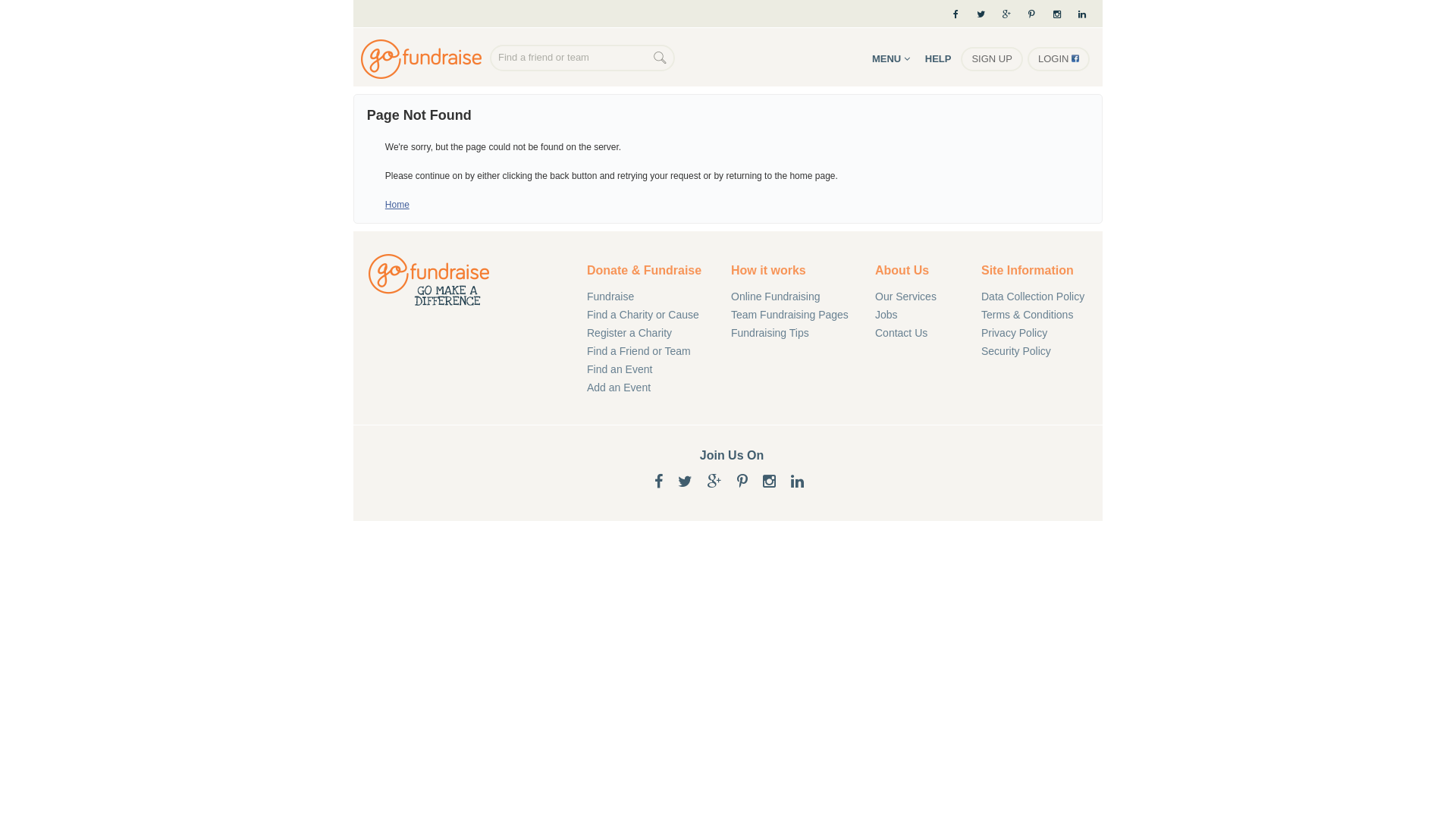 The image size is (1456, 819). What do you see at coordinates (916, 296) in the screenshot?
I see `'Our Services'` at bounding box center [916, 296].